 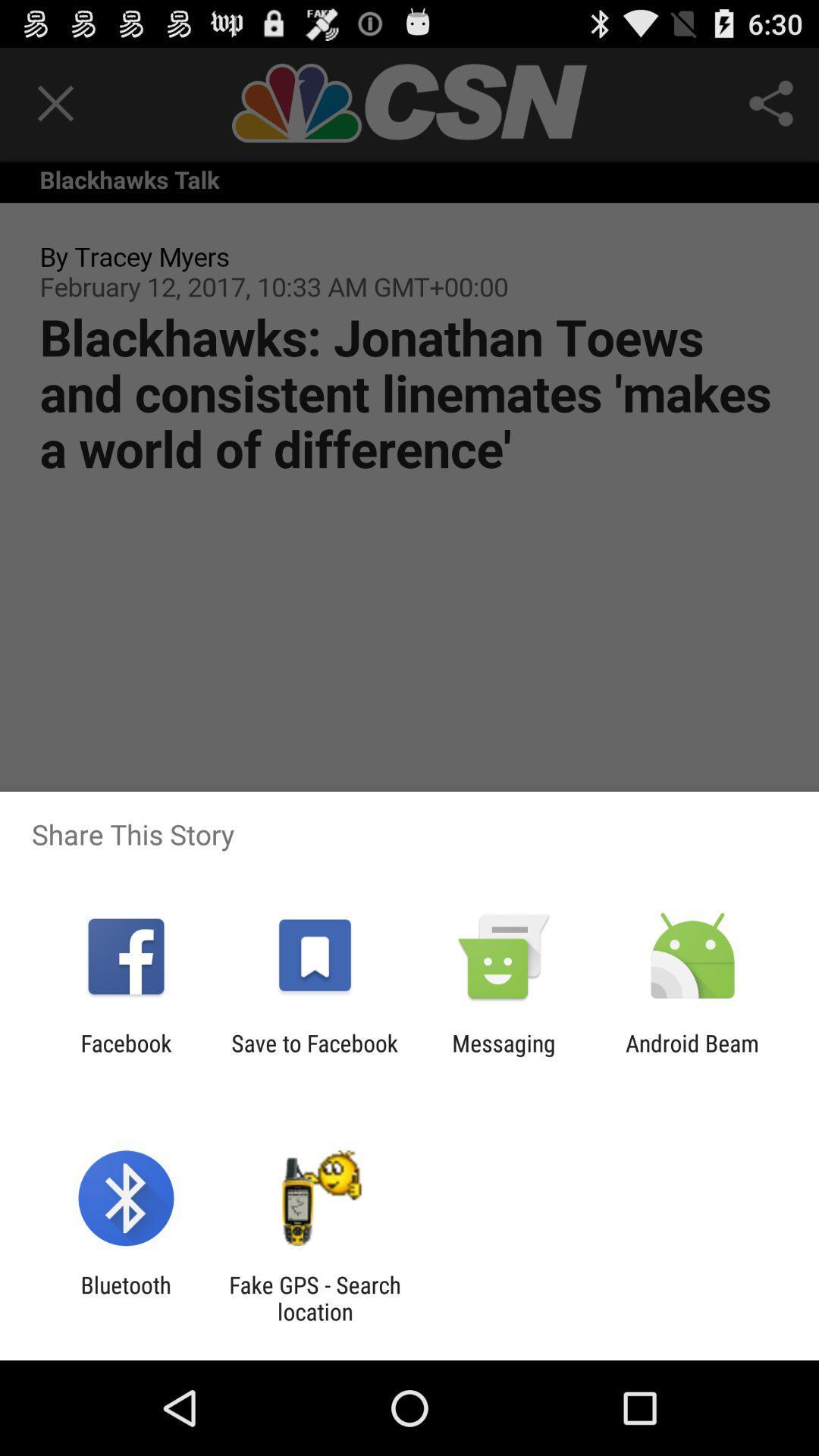 What do you see at coordinates (692, 1056) in the screenshot?
I see `the item next to the messaging icon` at bounding box center [692, 1056].